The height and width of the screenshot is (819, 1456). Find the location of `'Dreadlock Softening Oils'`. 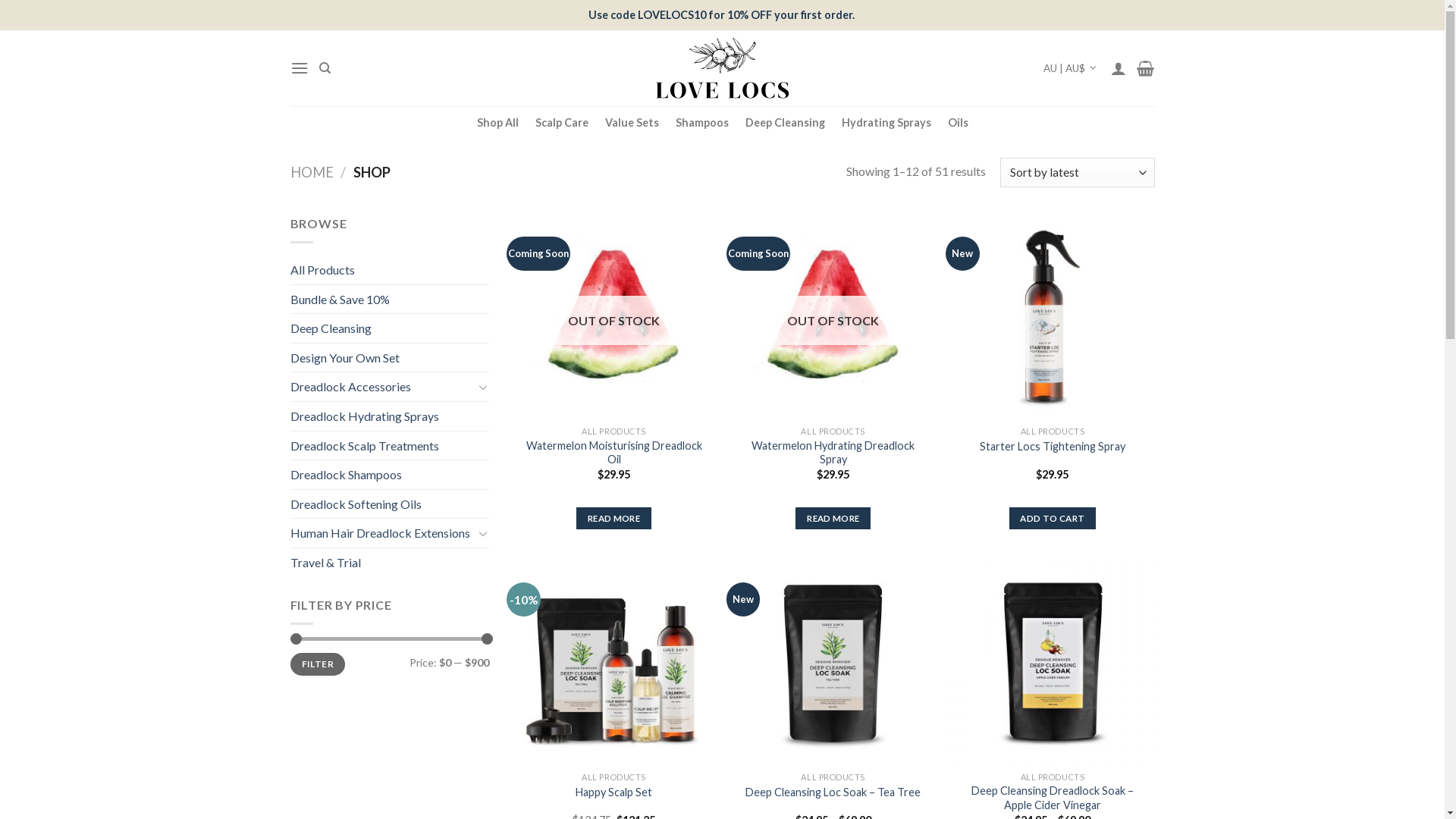

'Dreadlock Softening Oils' is located at coordinates (389, 504).